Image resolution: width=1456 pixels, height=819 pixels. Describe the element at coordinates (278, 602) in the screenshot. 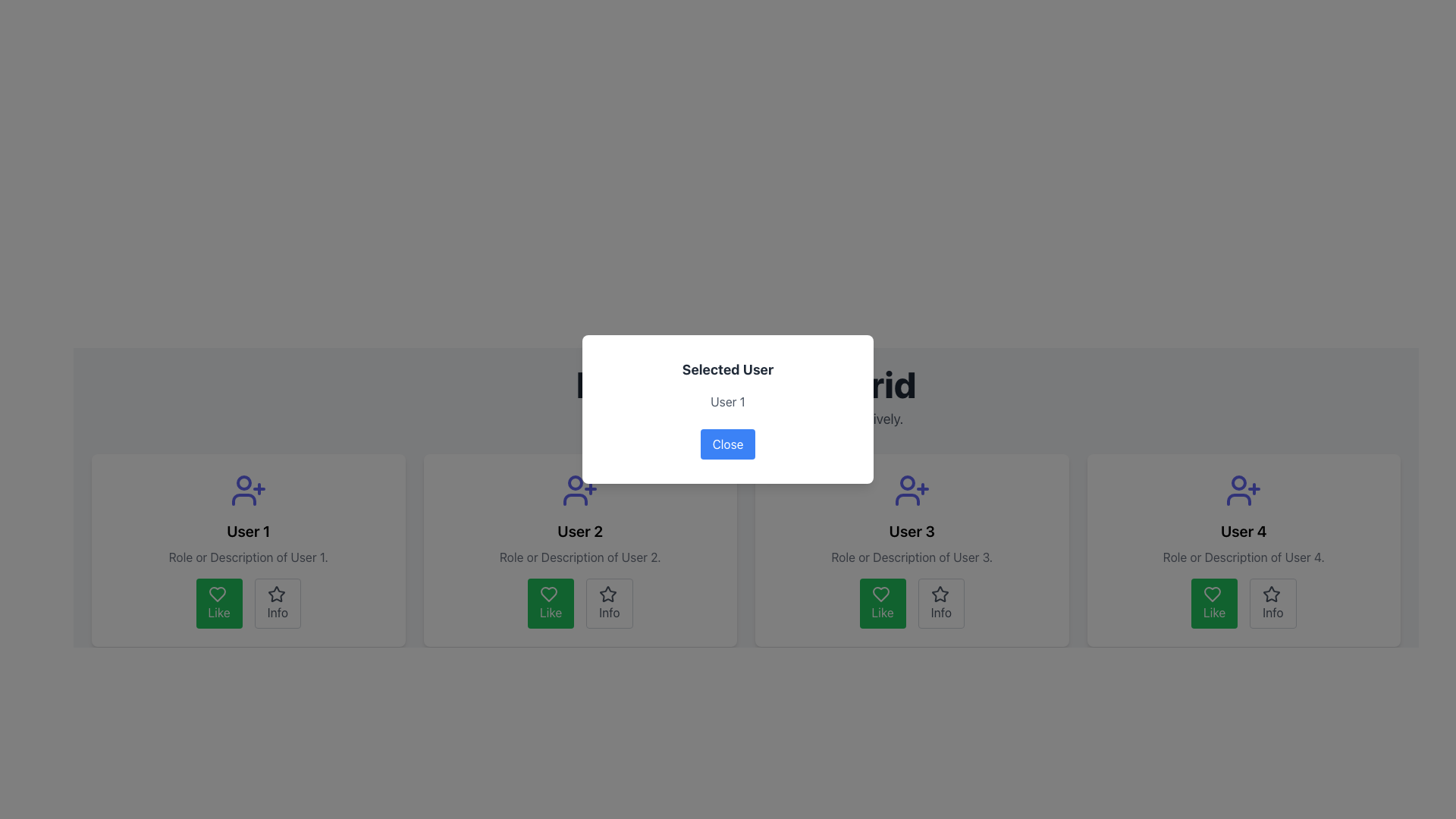

I see `the 'Info' button located under the 'User 1' panel, which is the second button in a horizontal layout and positioned to the right of the green 'Like' button` at that location.